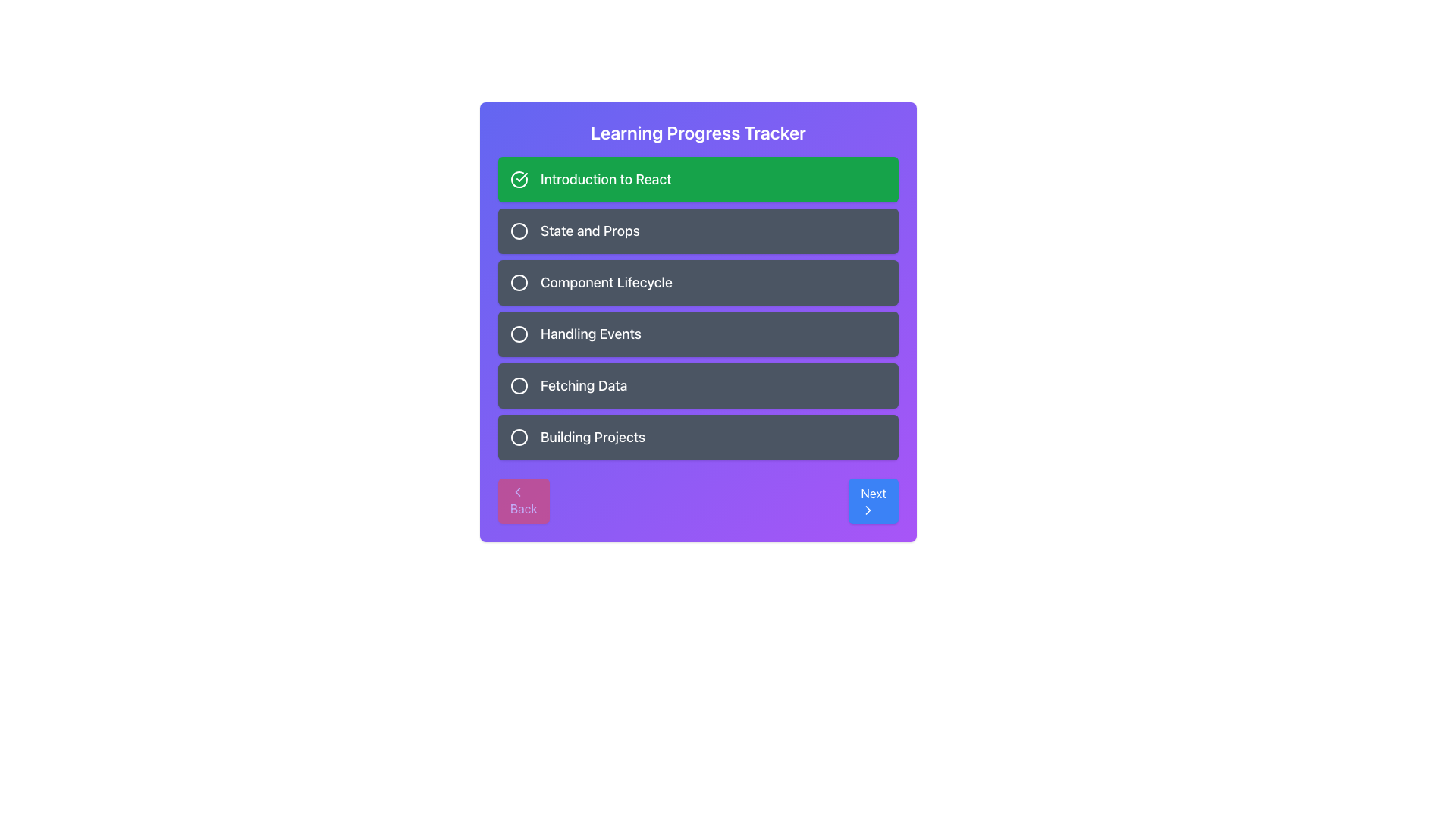 This screenshot has width=1456, height=819. I want to click on the text label 'Handling Events' displayed in a medium-sized bold font, colored white against a gray background, located within the fourth button in a vertical list of options, so click(590, 333).